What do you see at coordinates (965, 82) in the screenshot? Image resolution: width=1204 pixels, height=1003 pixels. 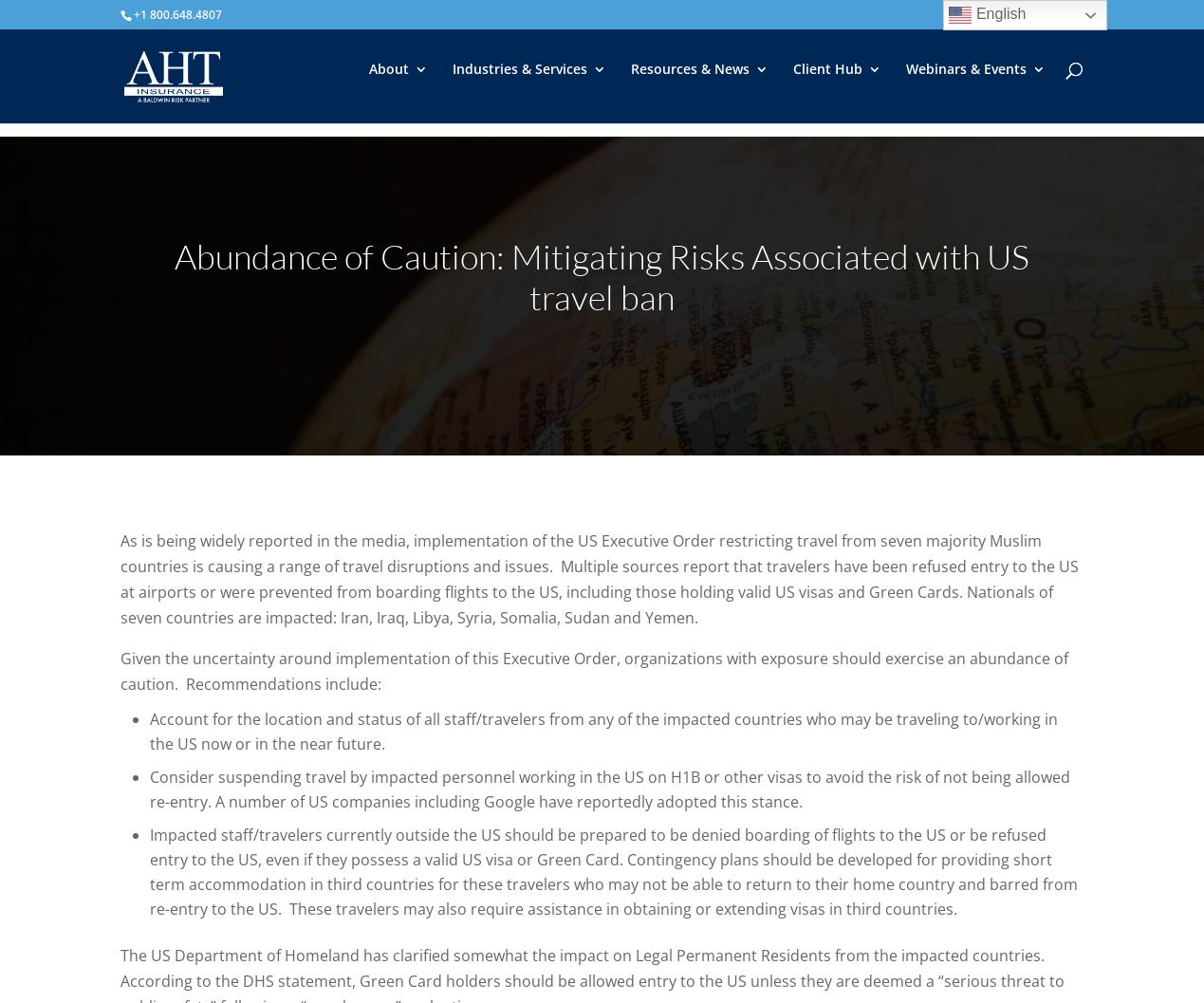 I see `'Webinars & Events'` at bounding box center [965, 82].